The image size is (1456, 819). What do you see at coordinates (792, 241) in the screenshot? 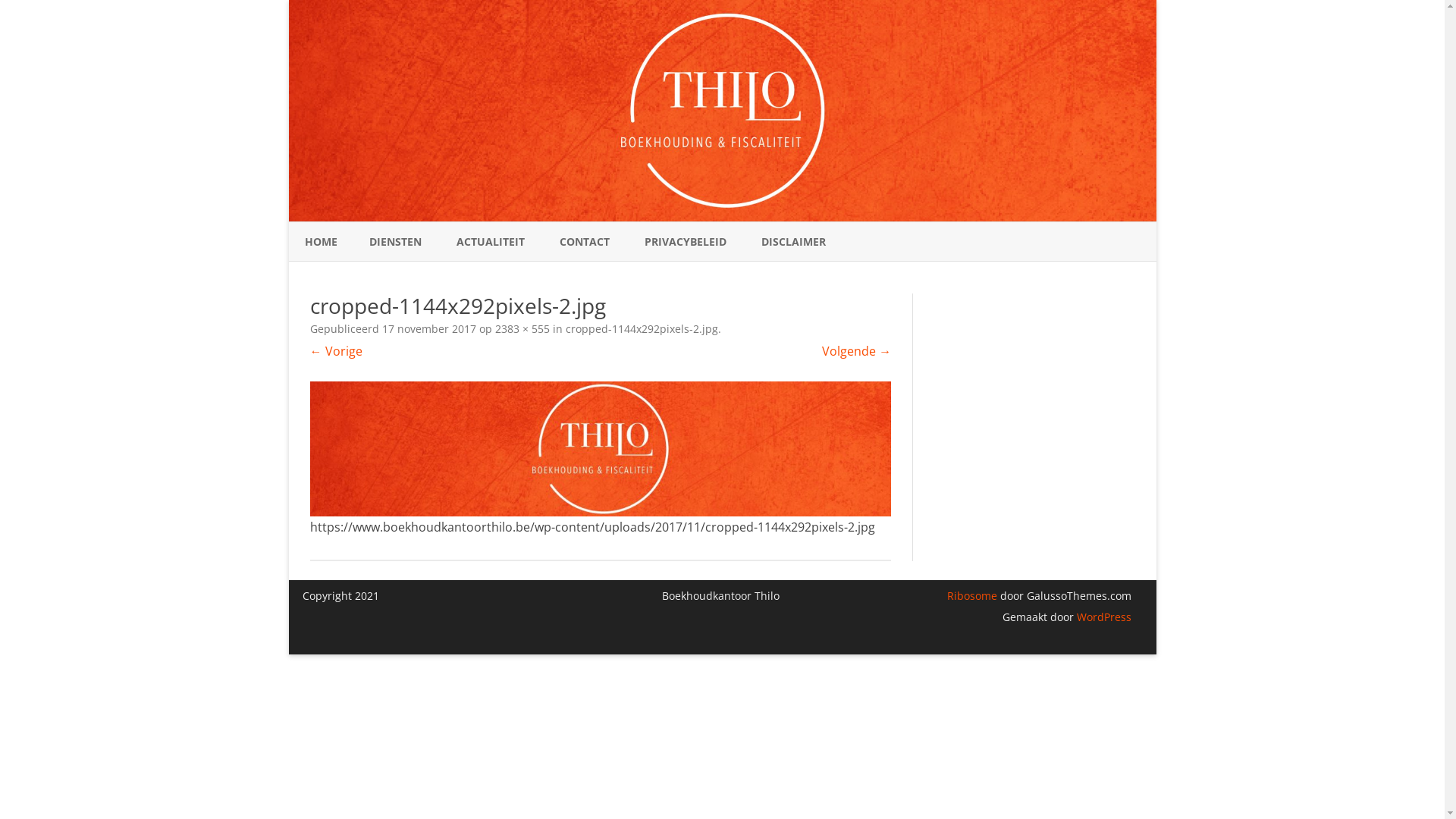
I see `'DISCLAIMER'` at bounding box center [792, 241].